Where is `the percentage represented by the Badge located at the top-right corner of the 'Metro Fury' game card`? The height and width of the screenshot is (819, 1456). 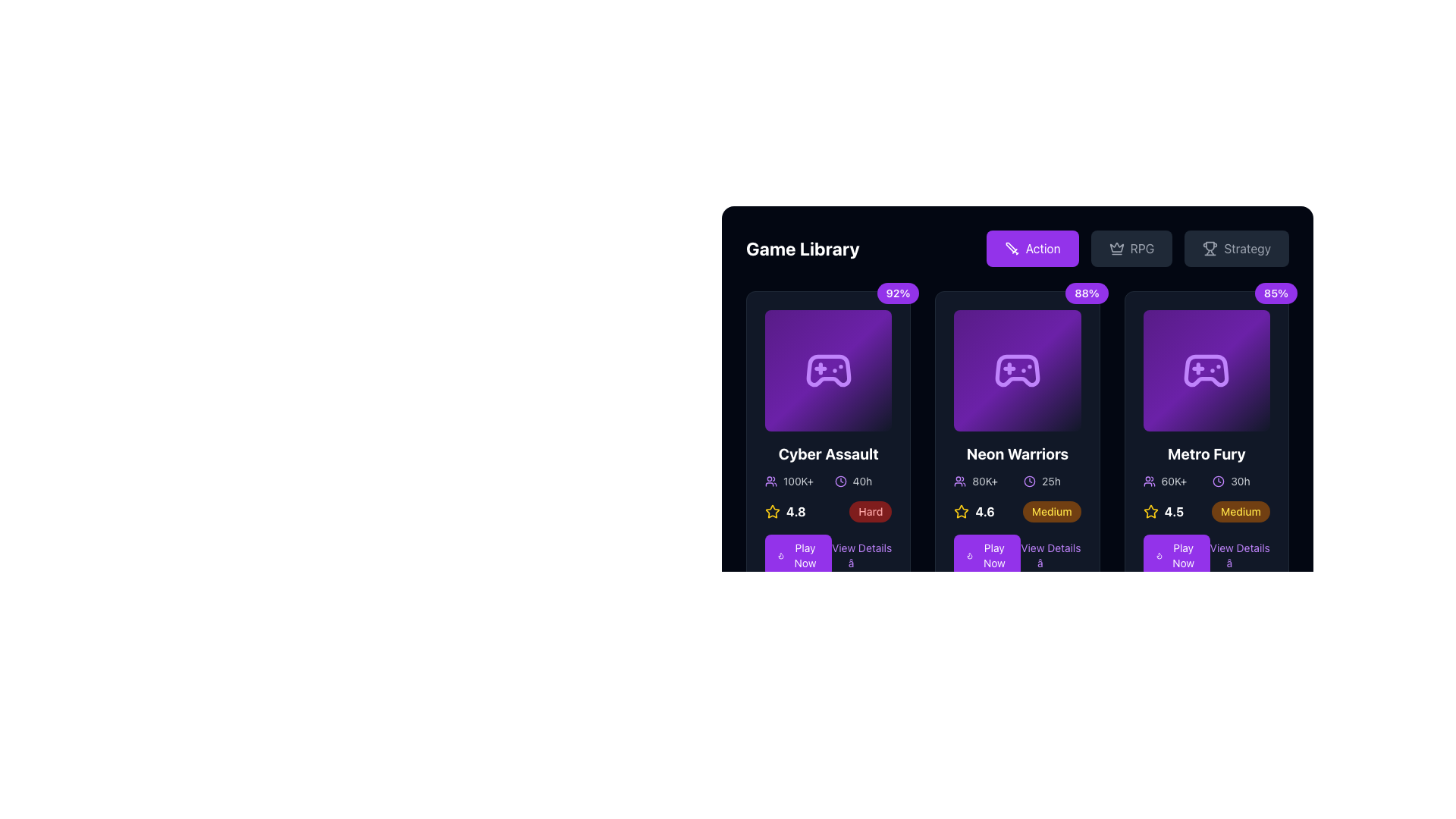 the percentage represented by the Badge located at the top-right corner of the 'Metro Fury' game card is located at coordinates (1275, 293).